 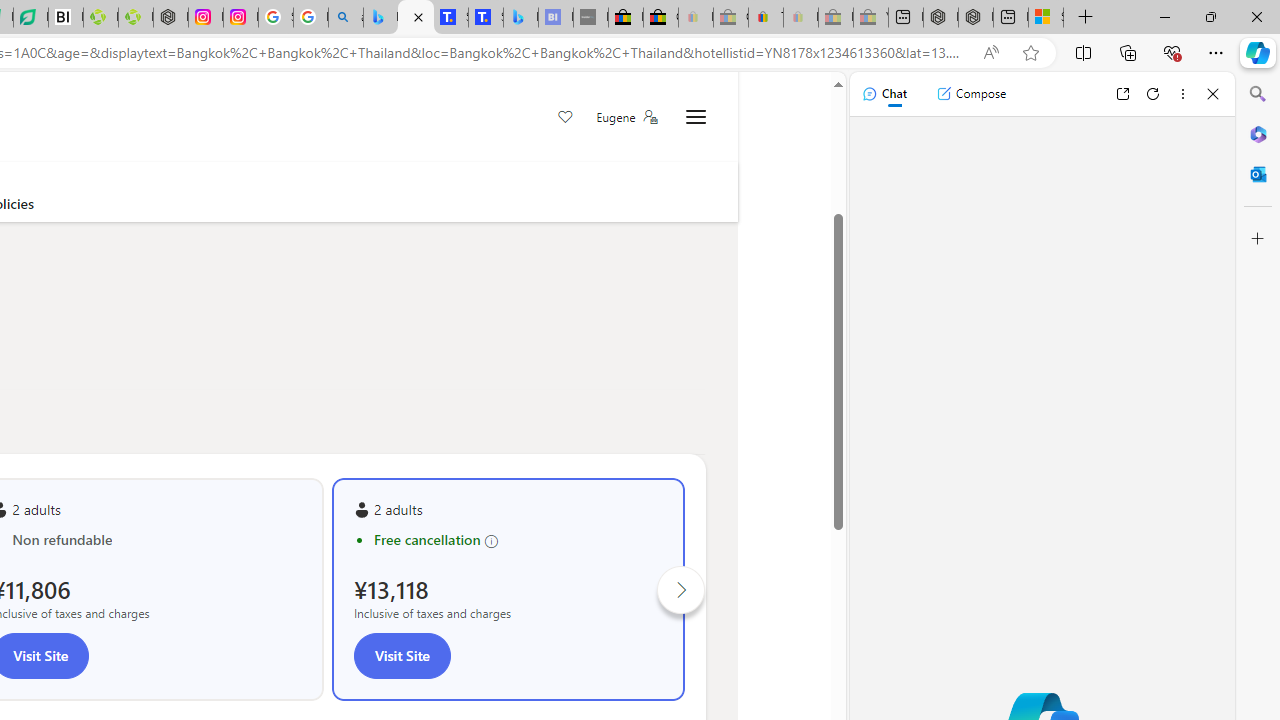 What do you see at coordinates (135, 17) in the screenshot?
I see `'Descarga Driver Updater'` at bounding box center [135, 17].